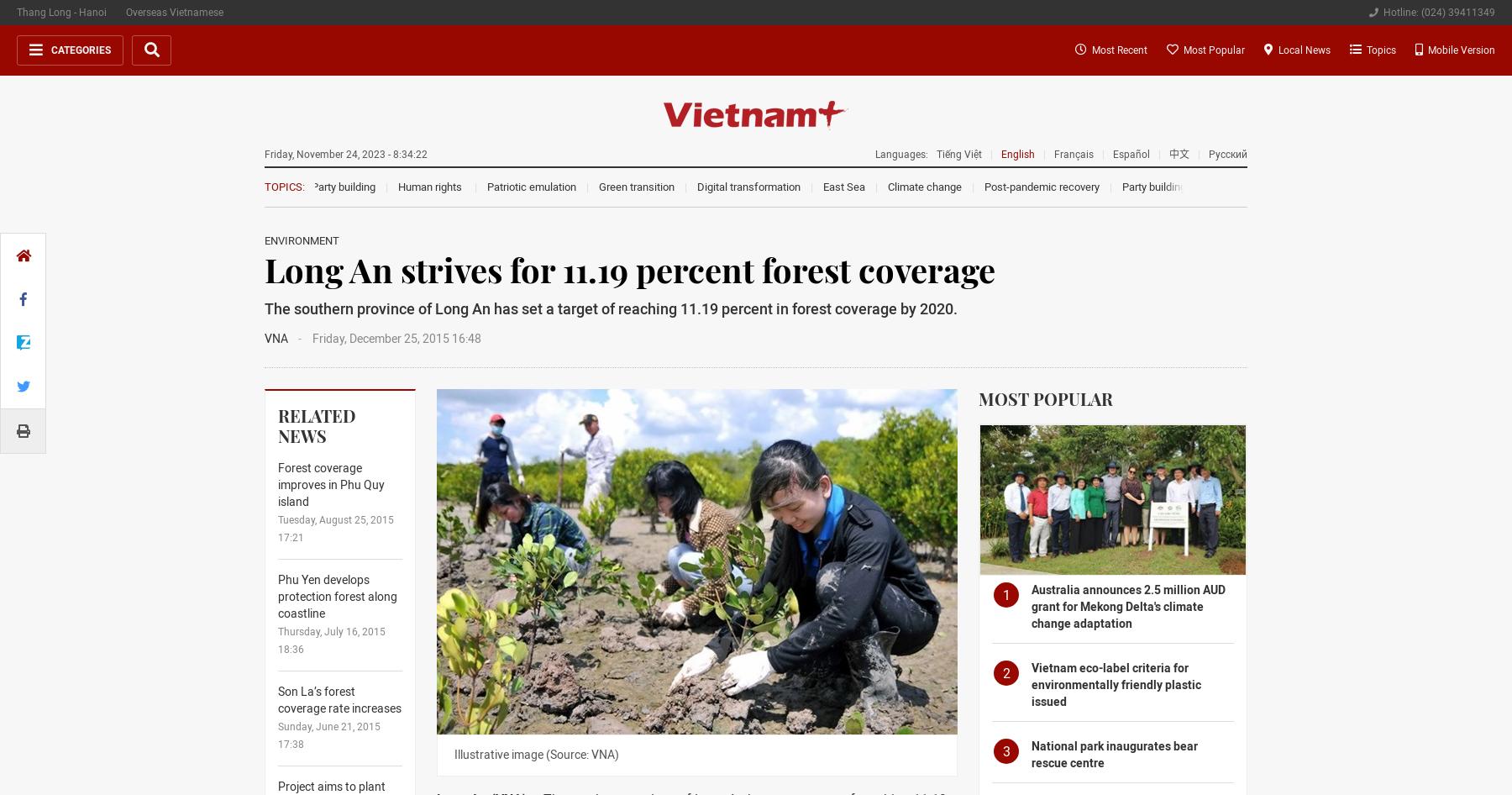 This screenshot has height=795, width=1512. I want to click on 'Son La’s forest coverage rate increases', so click(277, 699).